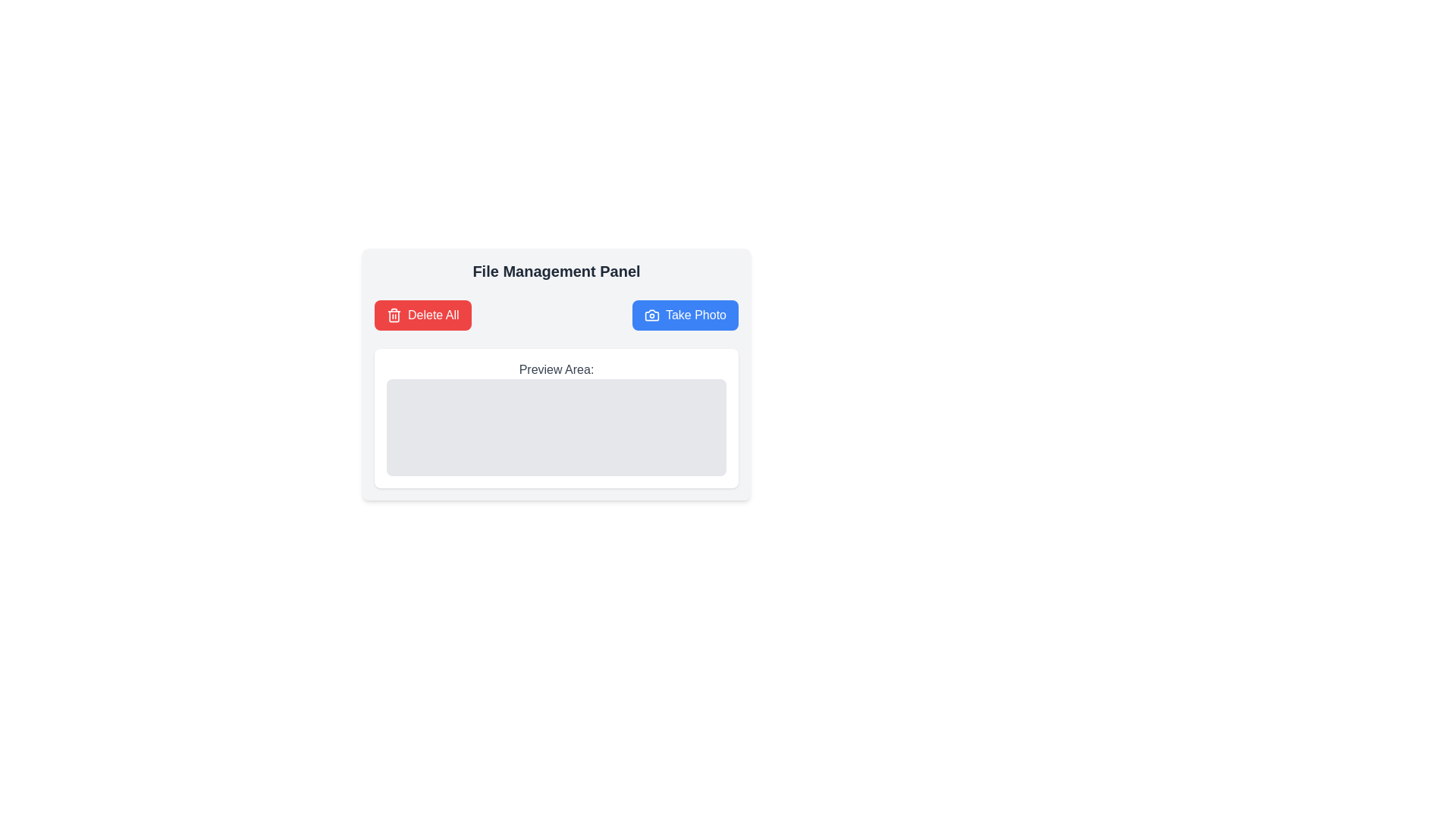 This screenshot has height=819, width=1456. What do you see at coordinates (556, 271) in the screenshot?
I see `the static text title or label that indicates the purpose of the section, which is located above the 'Delete All' and 'Take Photo' buttons and the 'Preview Area'` at bounding box center [556, 271].